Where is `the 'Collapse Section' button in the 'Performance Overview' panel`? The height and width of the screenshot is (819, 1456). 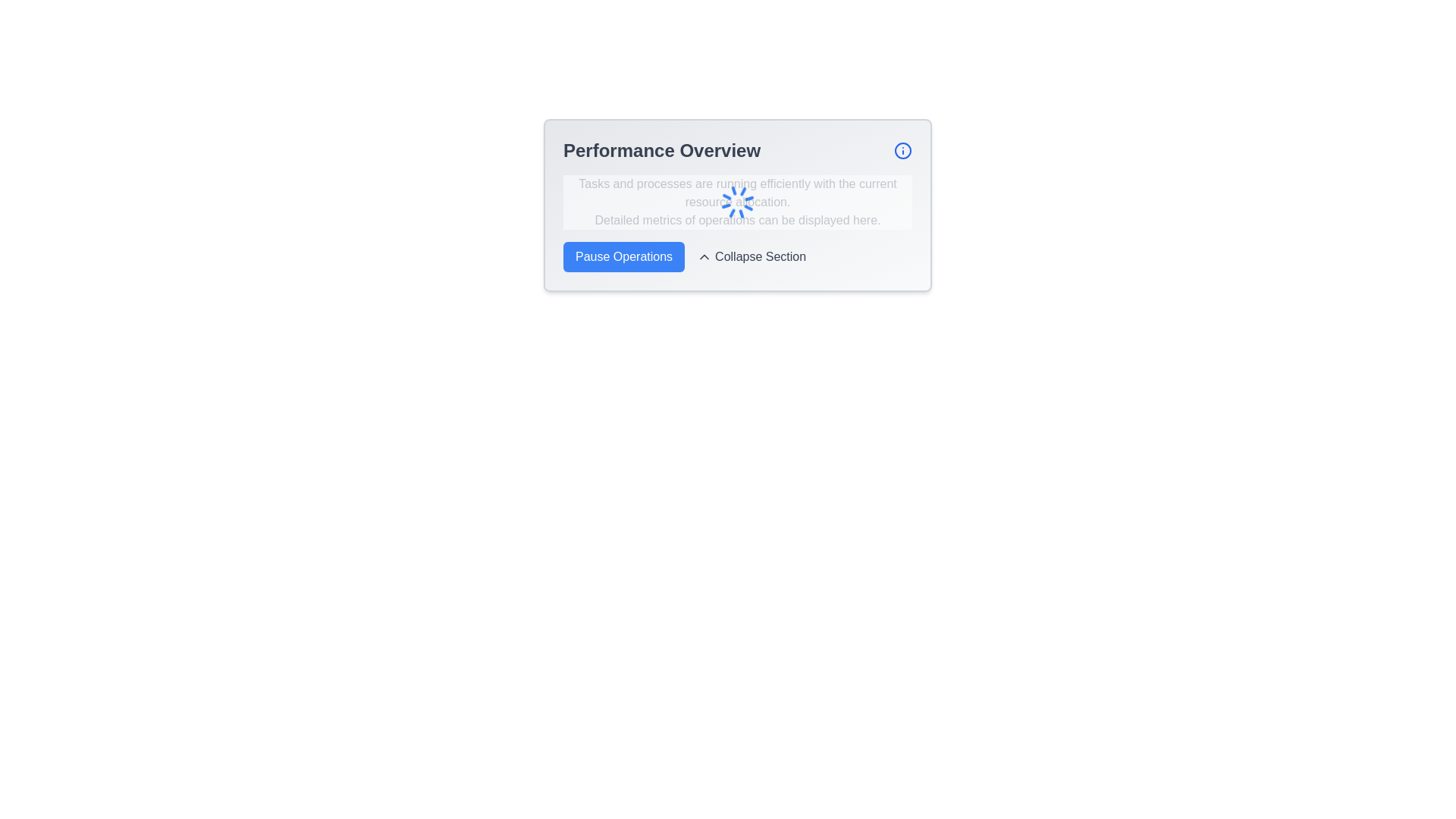 the 'Collapse Section' button in the 'Performance Overview' panel is located at coordinates (738, 256).